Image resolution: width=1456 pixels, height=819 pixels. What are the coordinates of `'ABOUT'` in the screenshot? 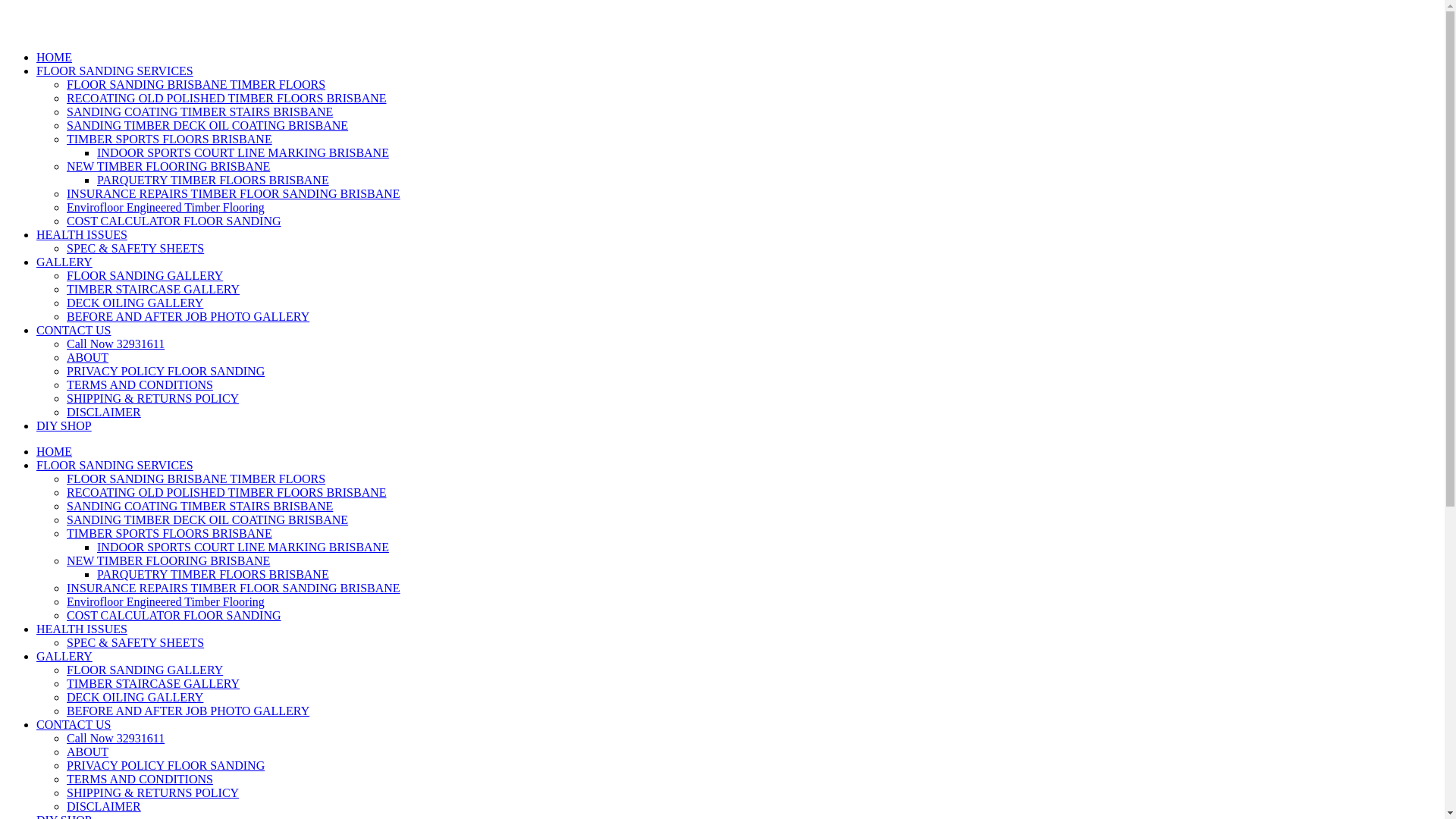 It's located at (86, 357).